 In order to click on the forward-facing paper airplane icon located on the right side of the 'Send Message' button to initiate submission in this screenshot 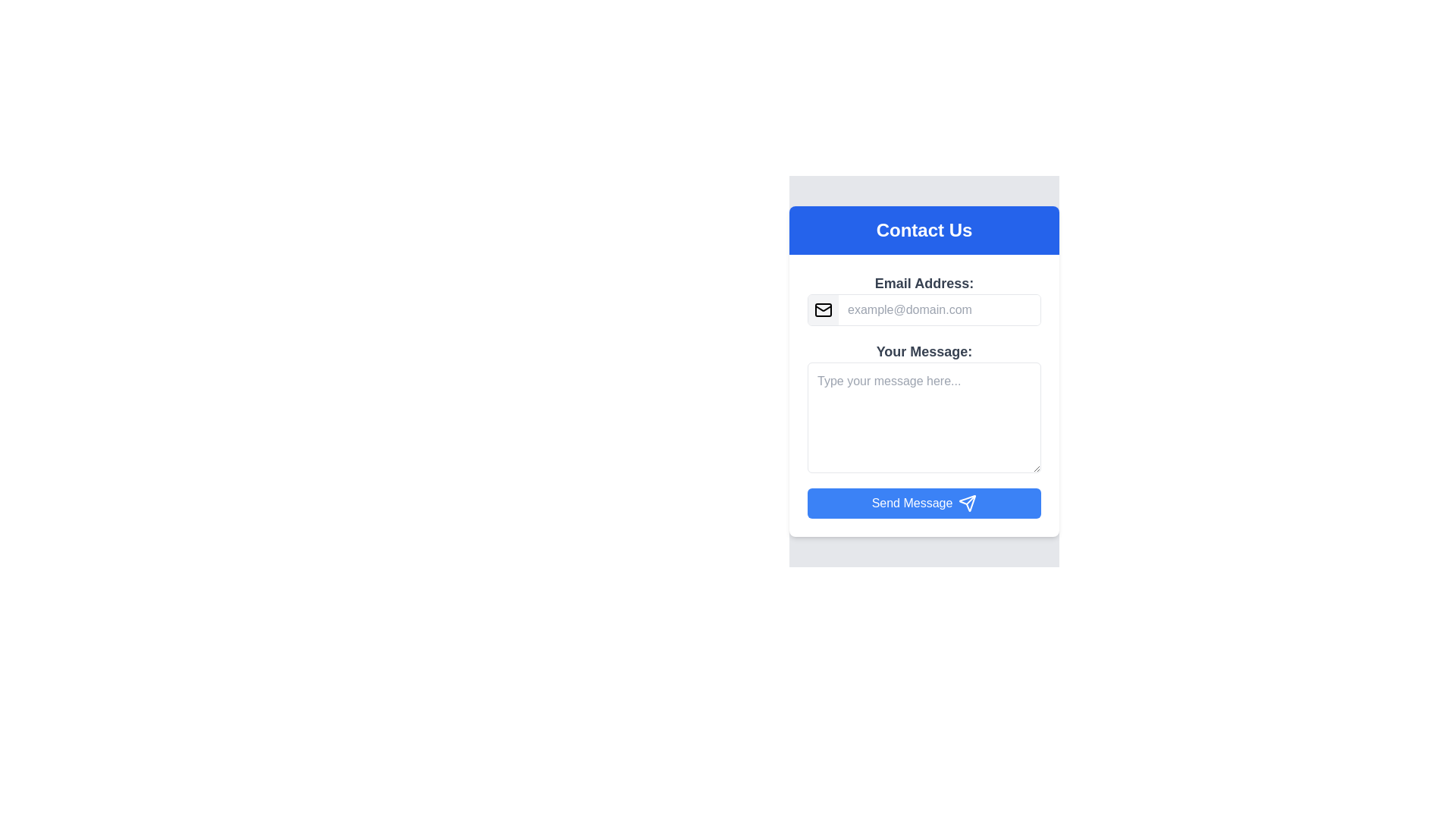, I will do `click(967, 503)`.